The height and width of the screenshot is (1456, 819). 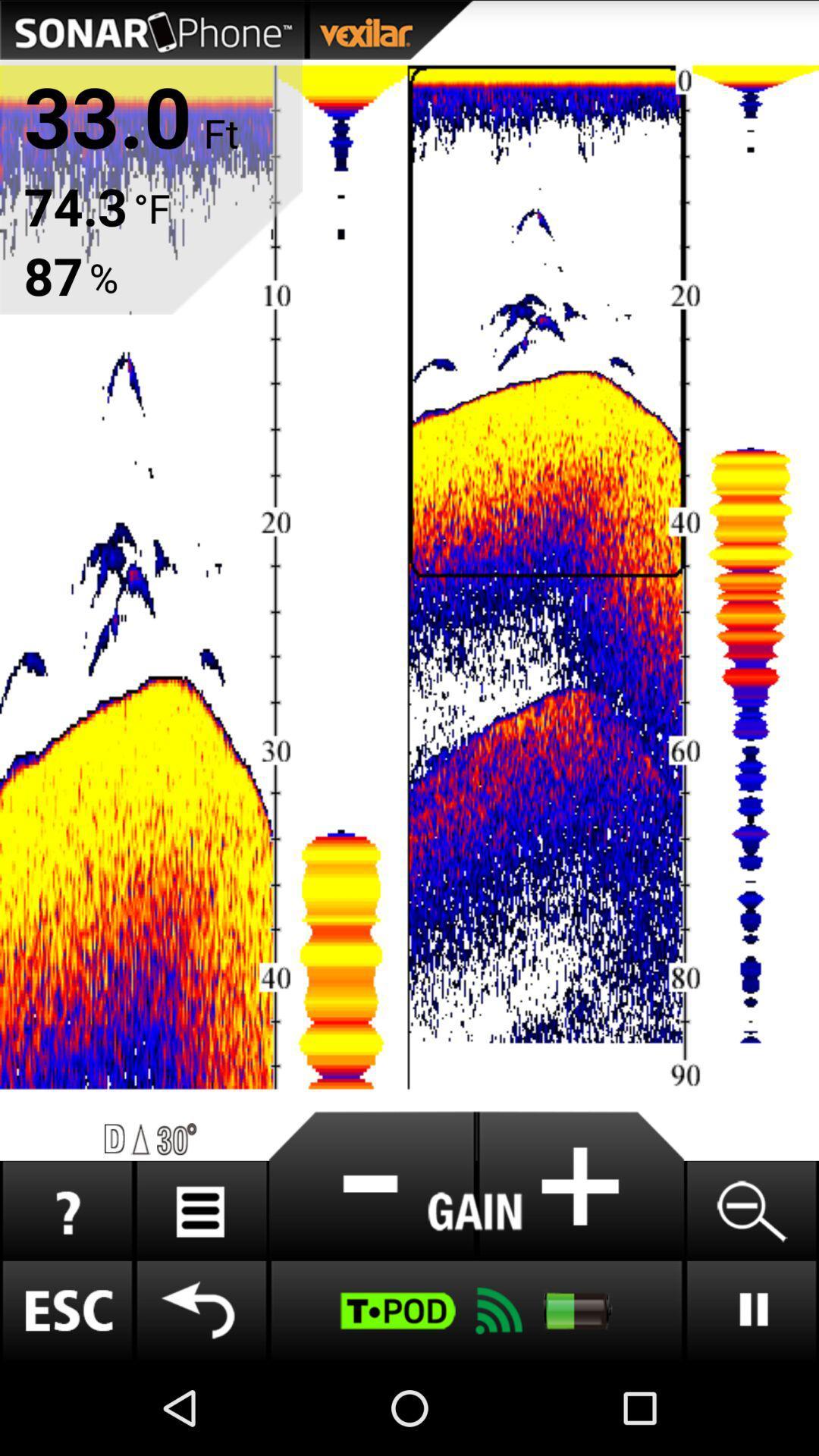 What do you see at coordinates (372, 1185) in the screenshot?
I see `the symbol` at bounding box center [372, 1185].